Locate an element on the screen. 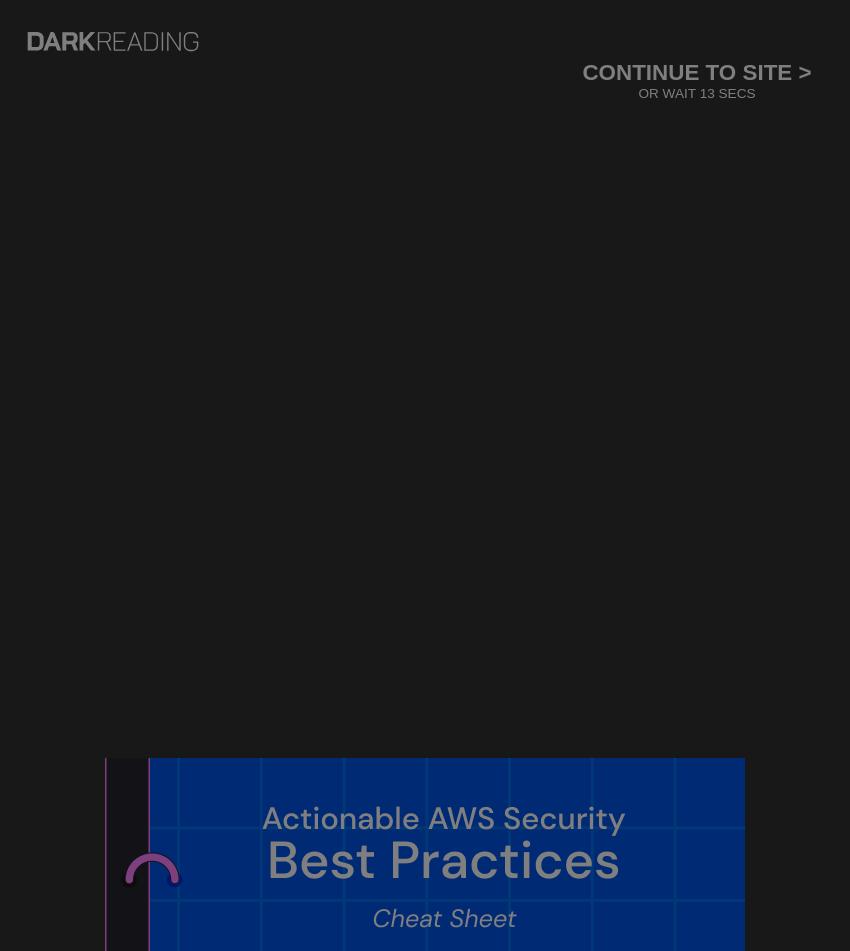  'The Edge' is located at coordinates (107, 109).